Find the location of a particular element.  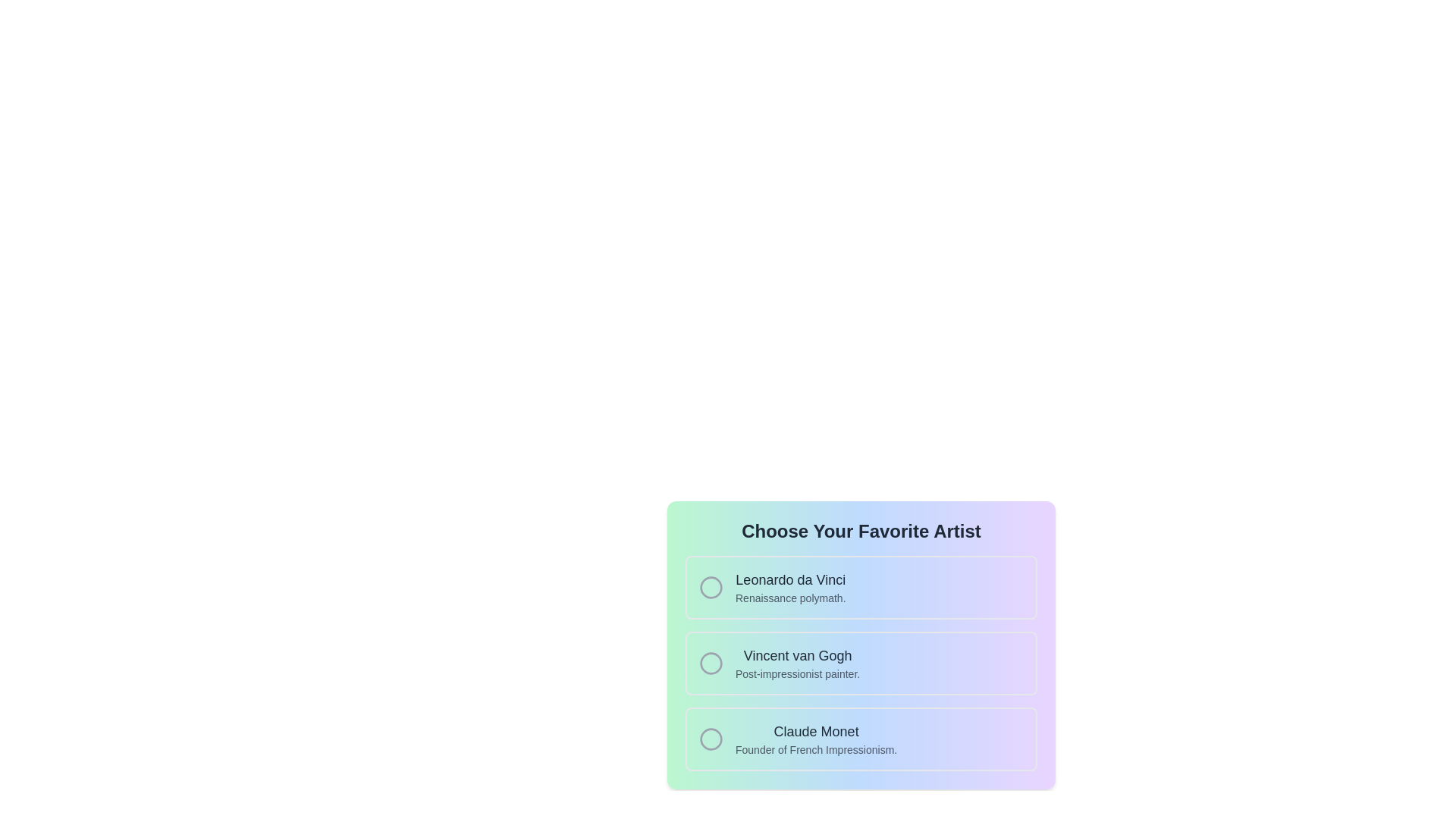

text content of the text block displaying 'Claude Monet' and 'Founder of French Impressionism.' located in the third item of a vertically-stacked list beneath 'Vincent van Gogh' is located at coordinates (815, 739).